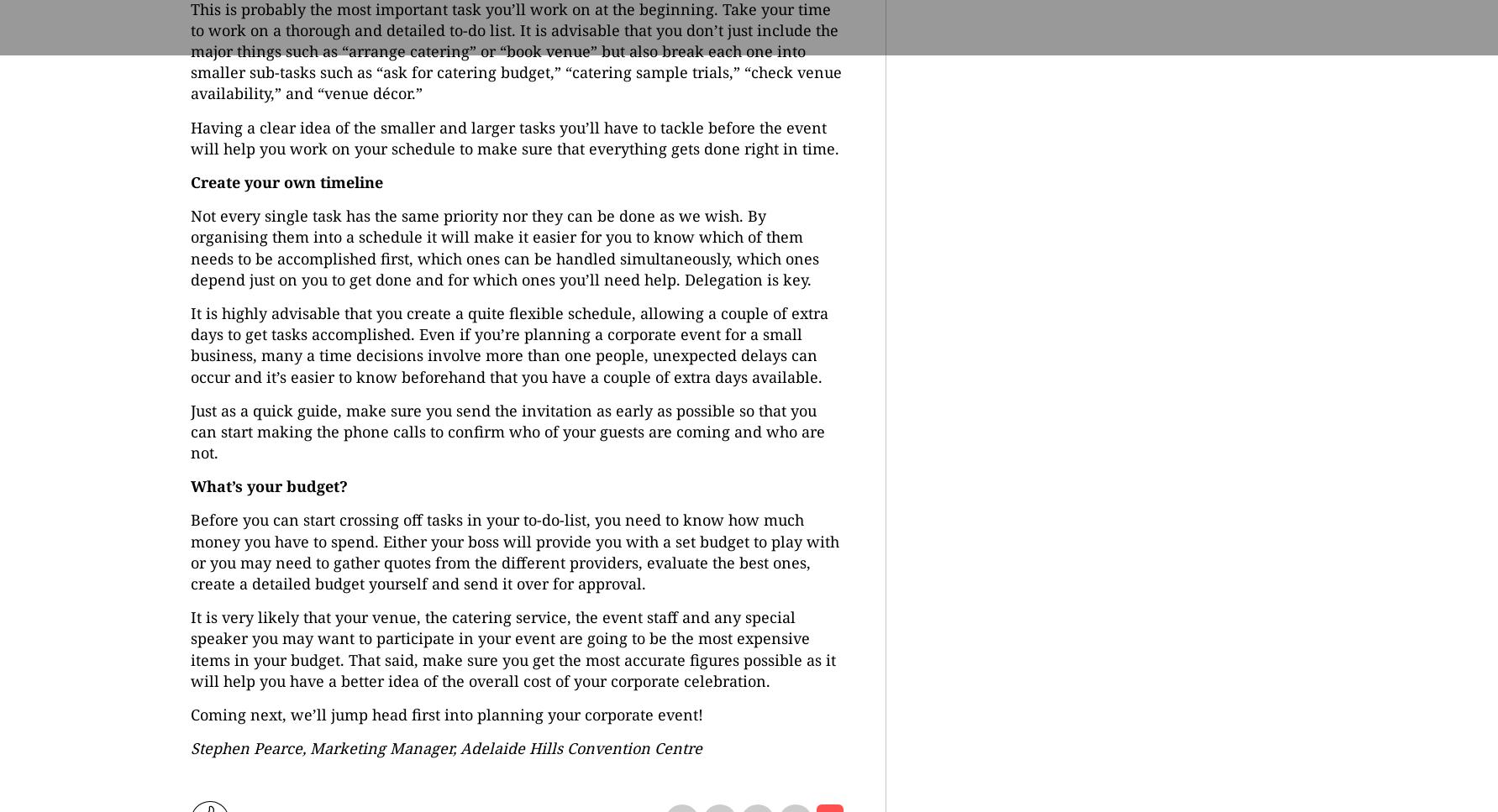 Image resolution: width=1498 pixels, height=812 pixels. I want to click on 'Create your own timeline', so click(285, 181).